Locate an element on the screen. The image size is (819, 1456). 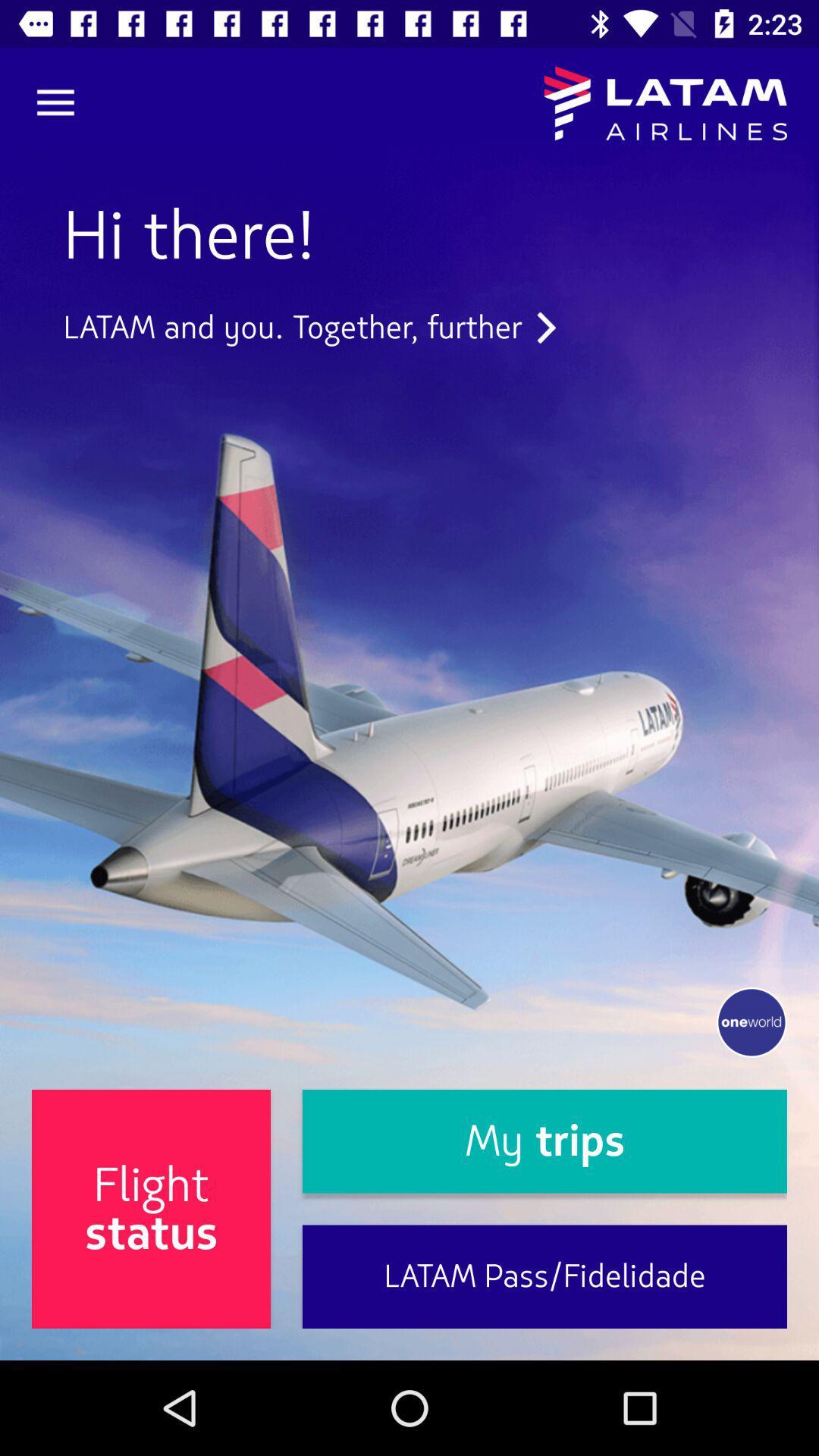
item above hi there! icon is located at coordinates (55, 102).